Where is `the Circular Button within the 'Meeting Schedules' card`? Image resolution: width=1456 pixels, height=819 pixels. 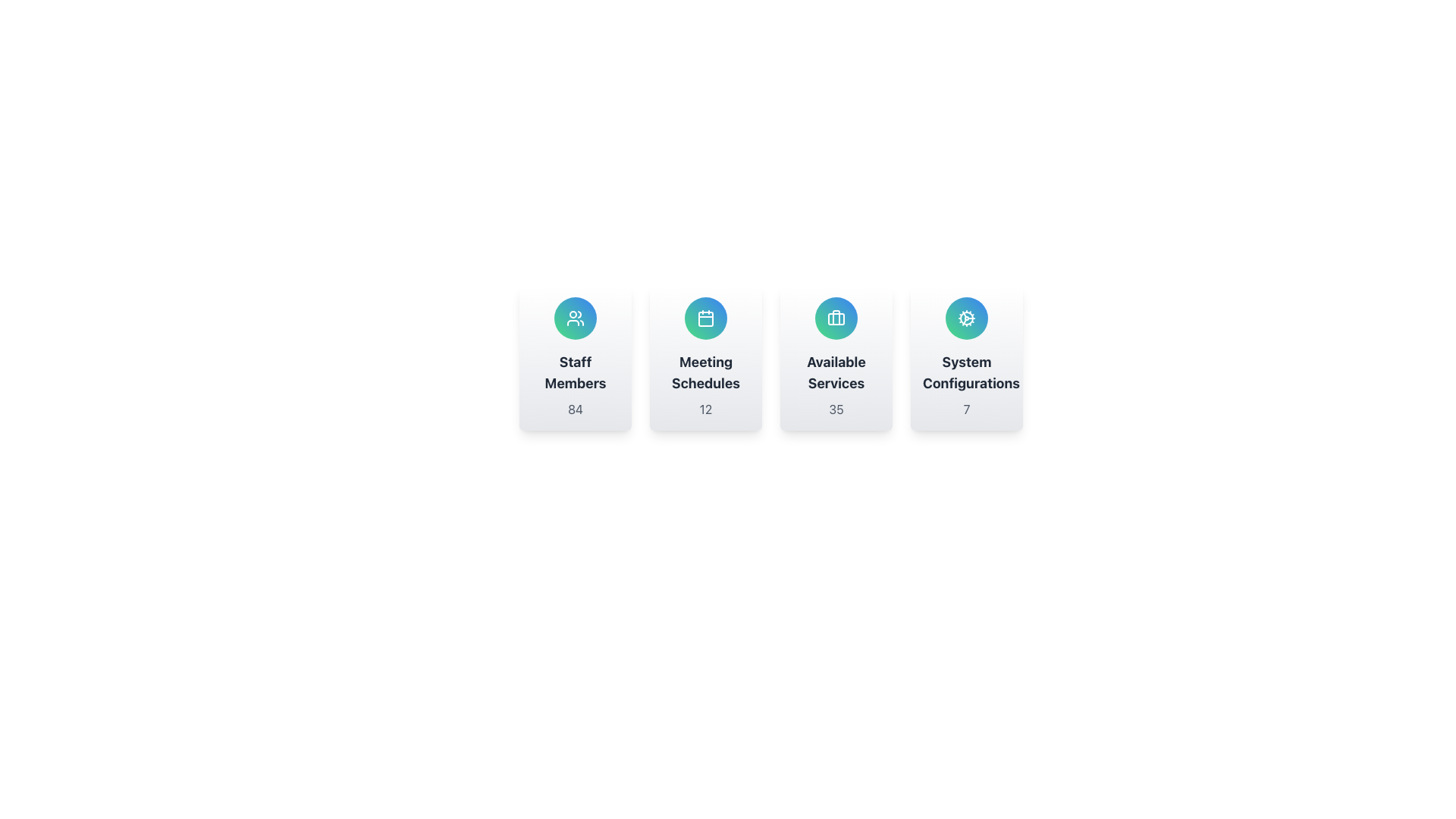 the Circular Button within the 'Meeting Schedules' card is located at coordinates (705, 318).